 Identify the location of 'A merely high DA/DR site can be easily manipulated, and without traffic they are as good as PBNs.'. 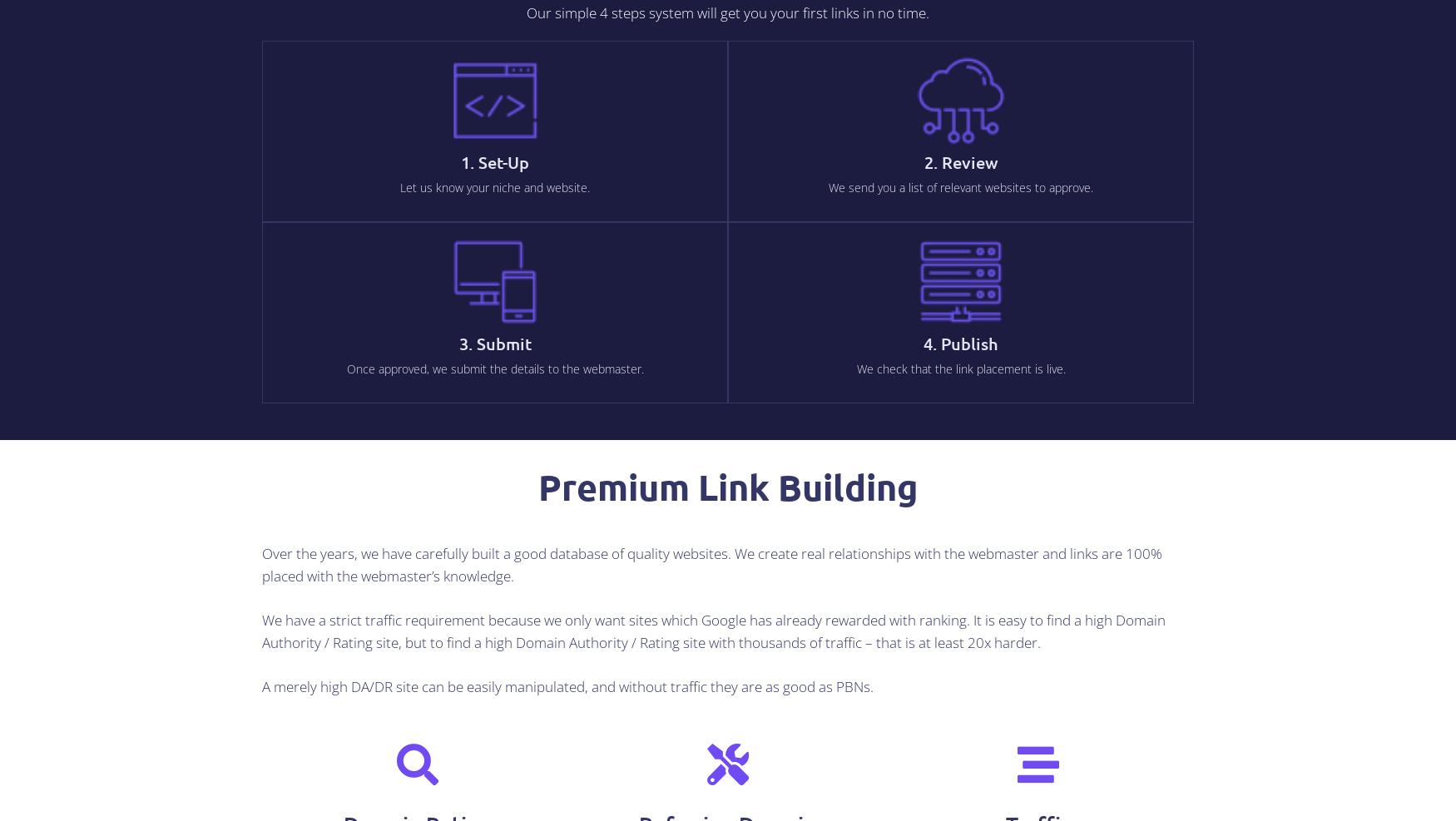
(262, 685).